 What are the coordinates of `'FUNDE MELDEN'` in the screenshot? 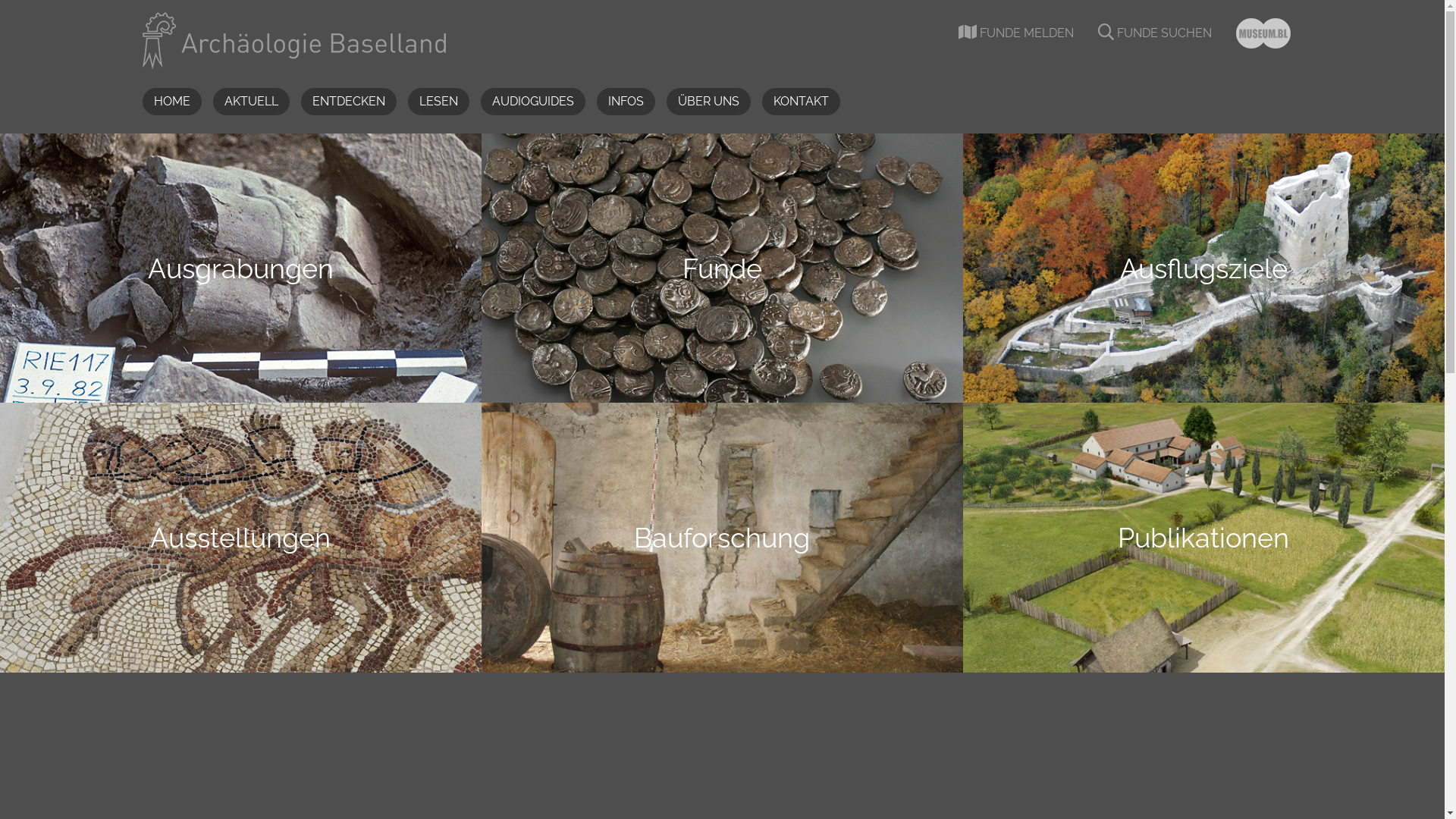 It's located at (1015, 33).